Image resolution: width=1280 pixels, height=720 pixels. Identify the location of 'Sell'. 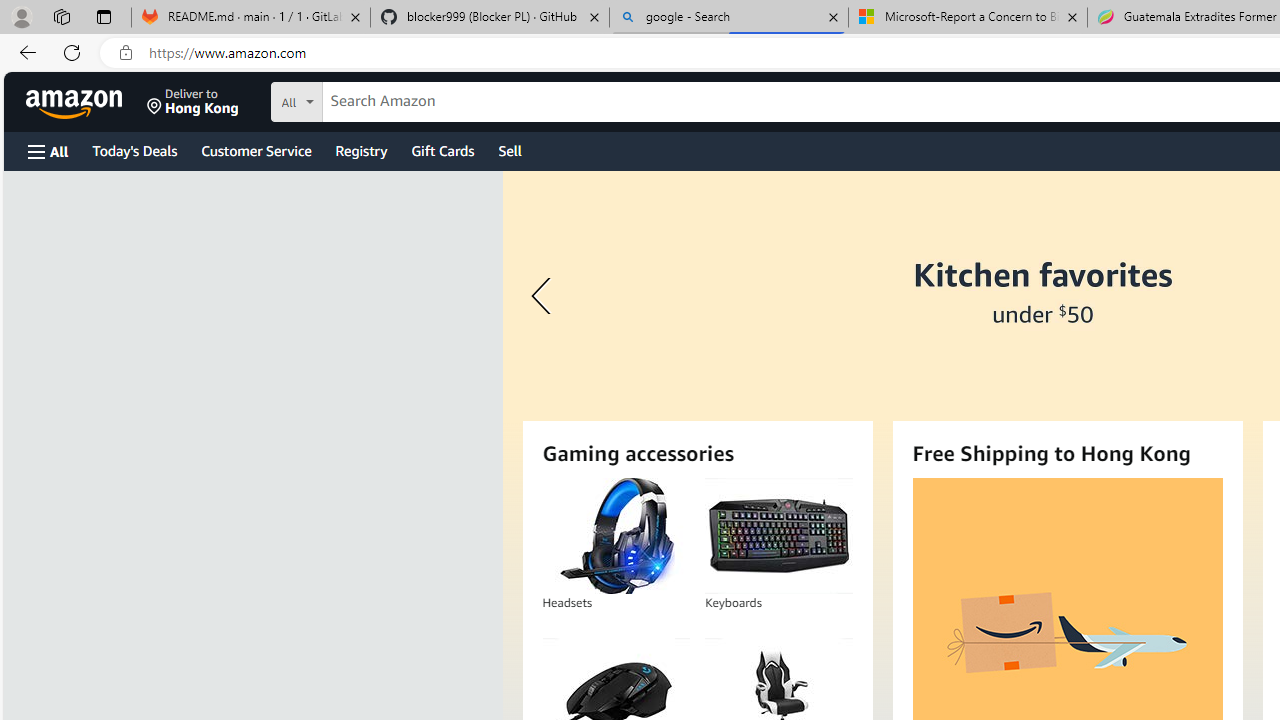
(510, 149).